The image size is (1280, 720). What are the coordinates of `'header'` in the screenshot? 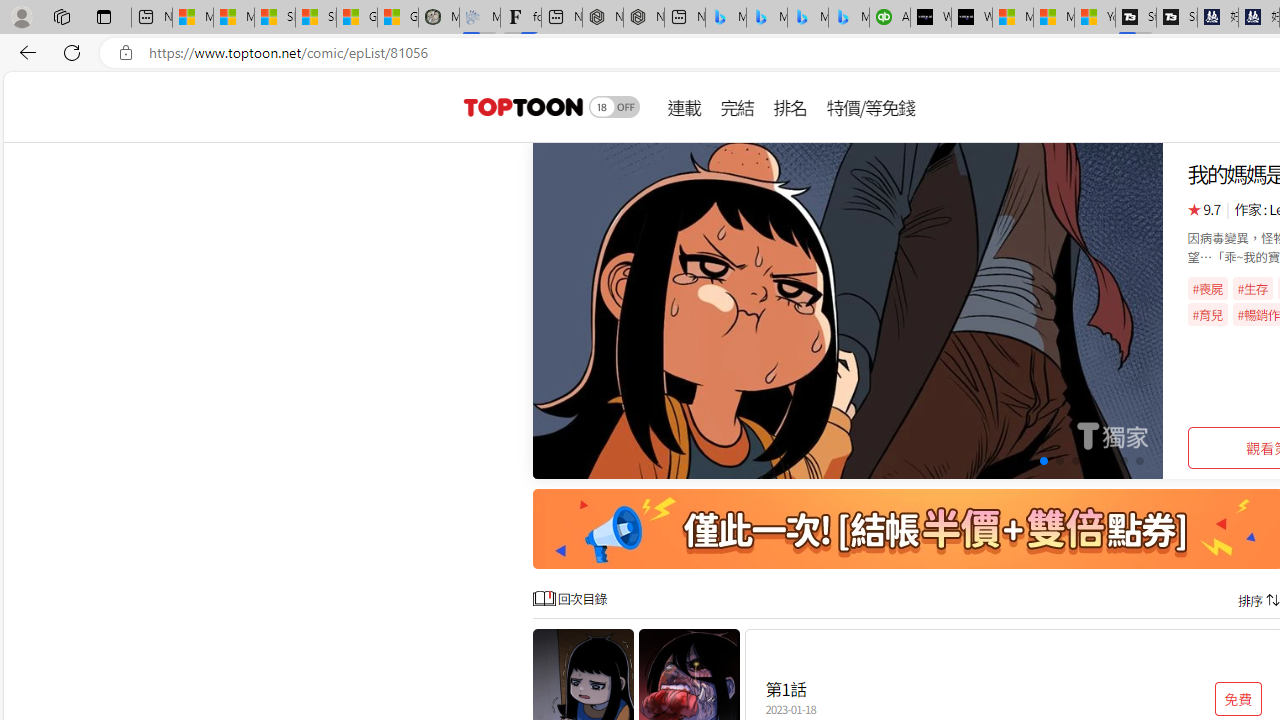 It's located at (520, 106).